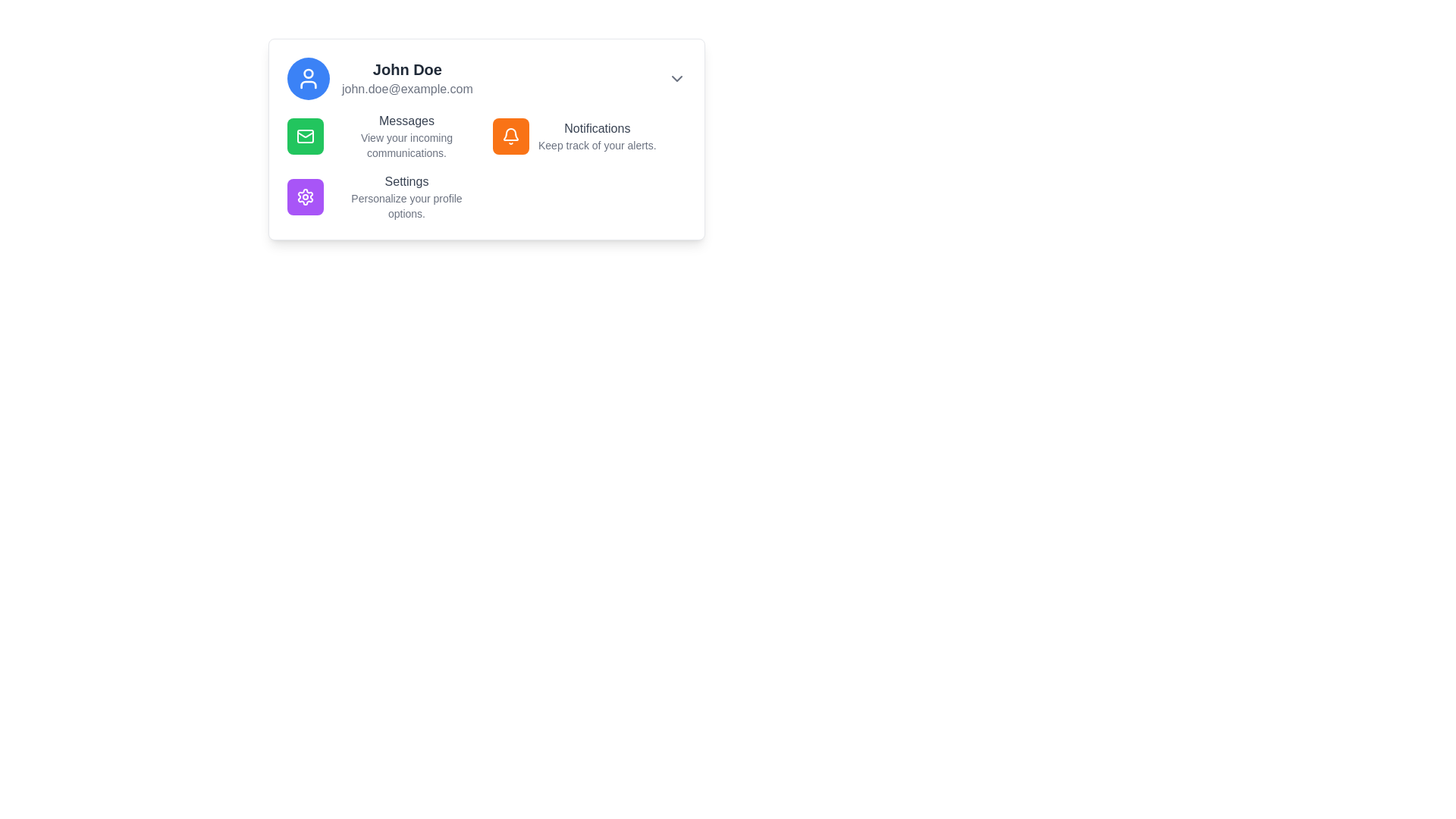 Image resolution: width=1456 pixels, height=819 pixels. I want to click on the 'Settings' text block, which is styled in medium-dark gray and contains subtext for personalizing profile options, located between 'Messages' and 'Notifications', so click(406, 196).